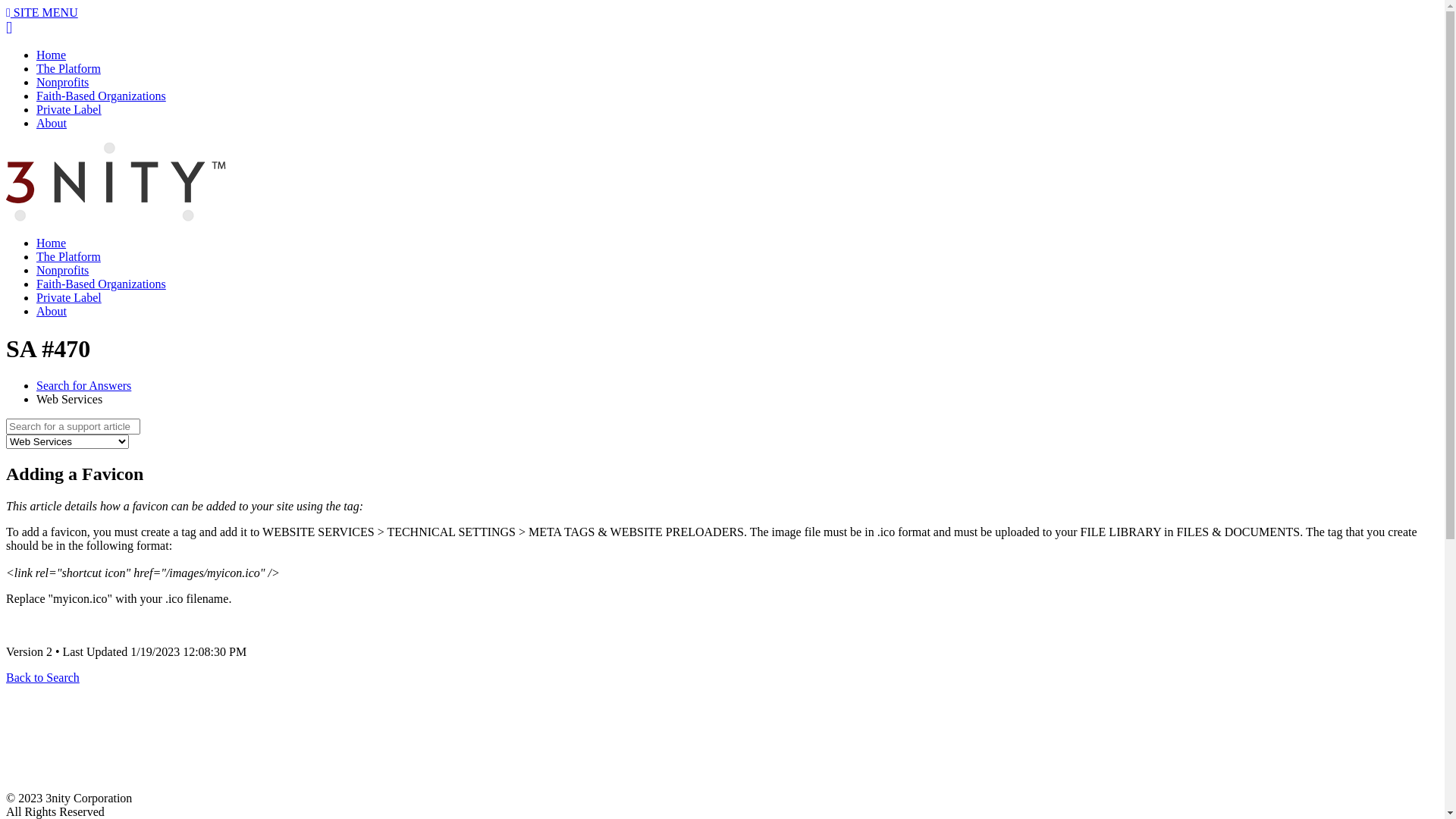  I want to click on 'Home', so click(51, 242).